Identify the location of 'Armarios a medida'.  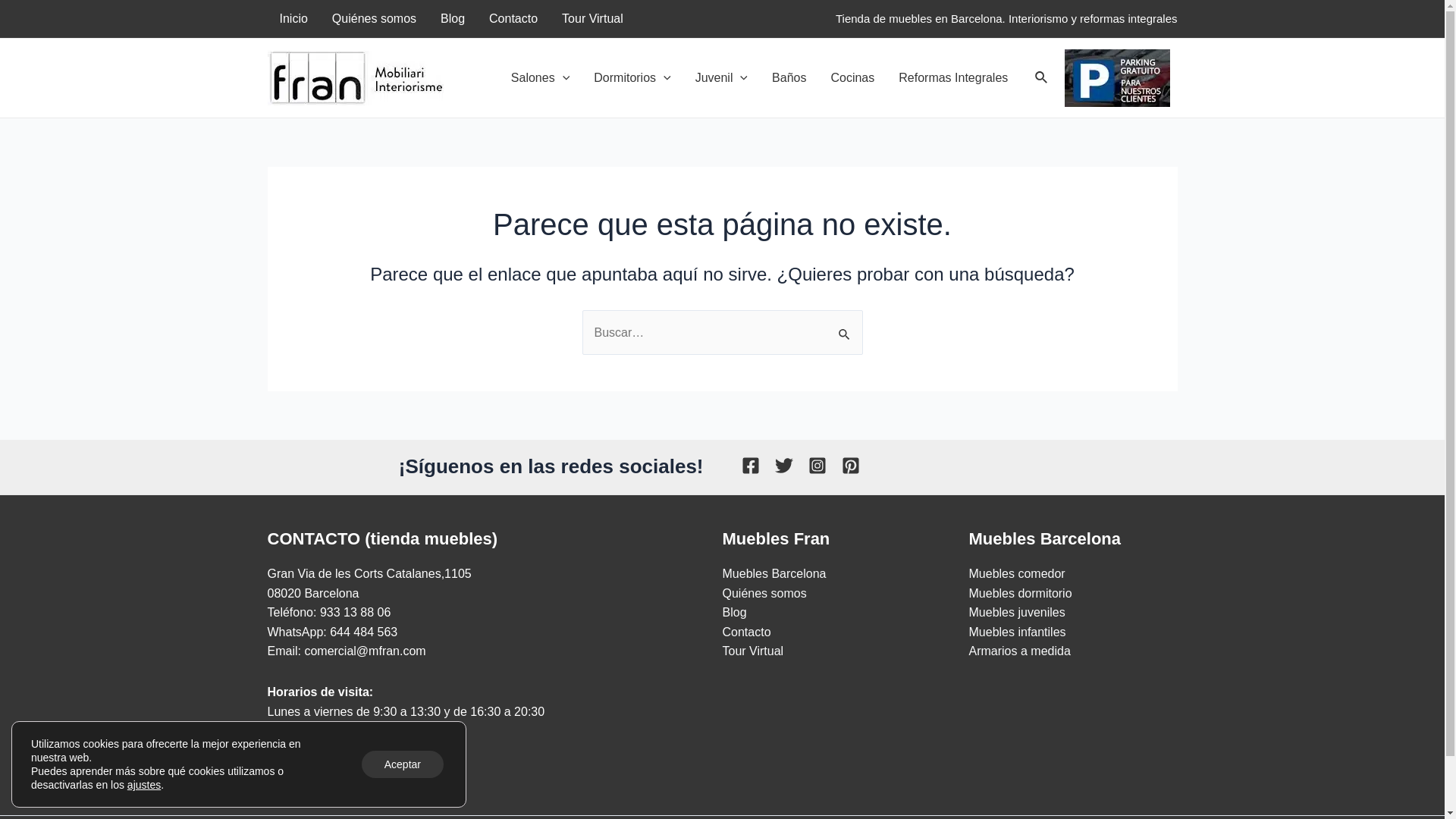
(1019, 650).